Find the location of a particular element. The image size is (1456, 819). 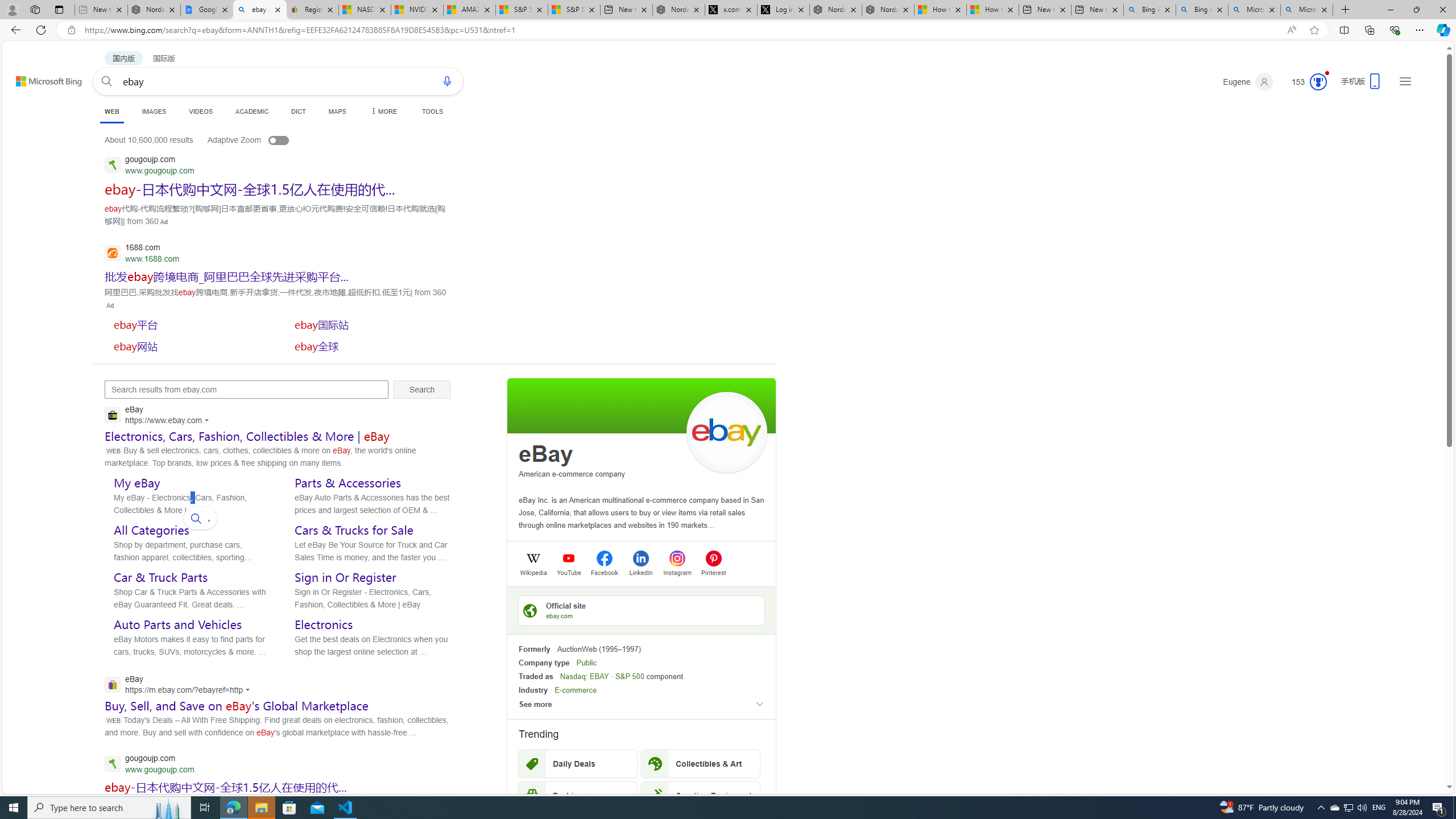

'Adaptive Zoom' is located at coordinates (259, 139).